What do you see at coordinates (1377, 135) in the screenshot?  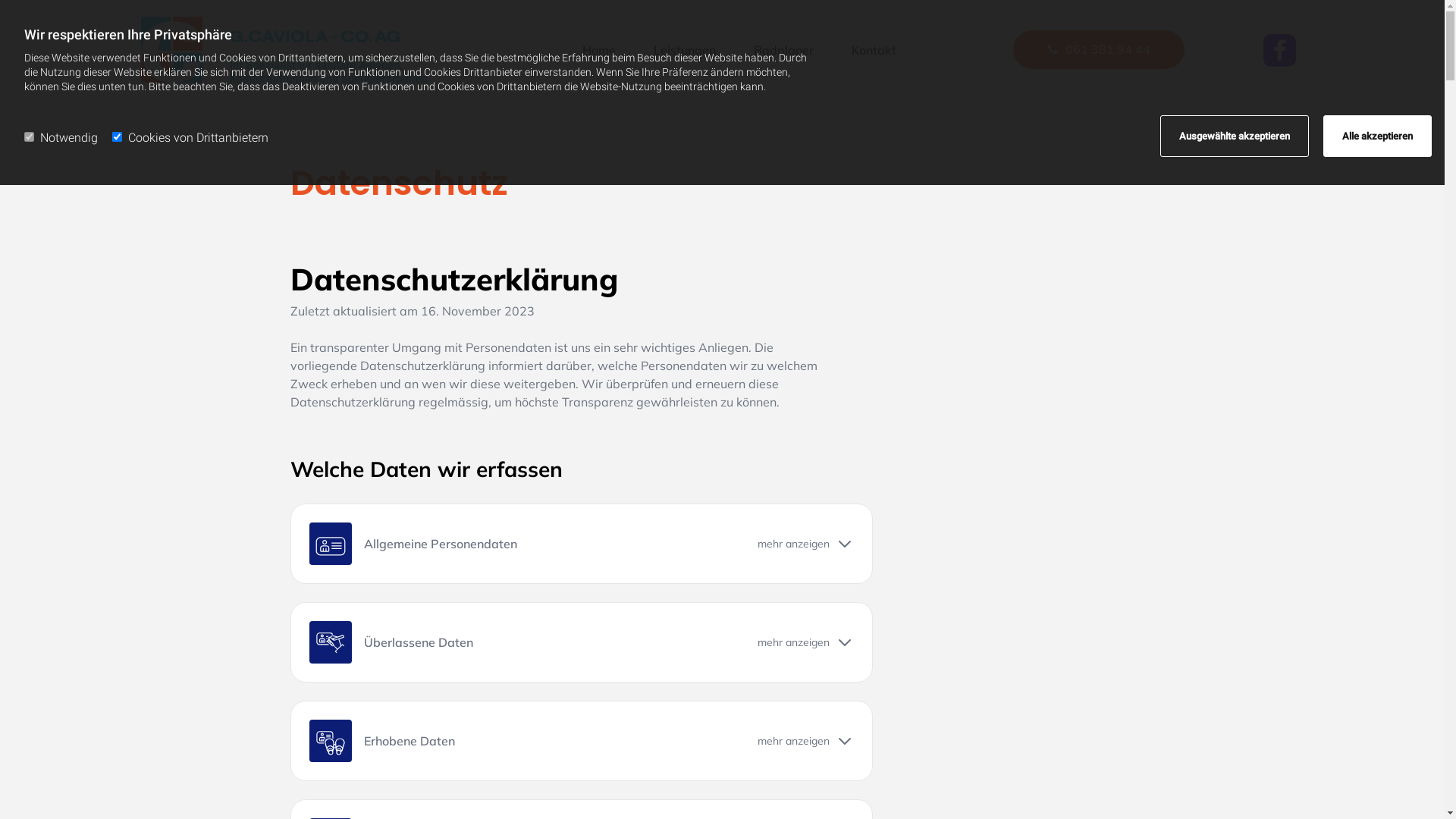 I see `'Alle akzeptieren'` at bounding box center [1377, 135].